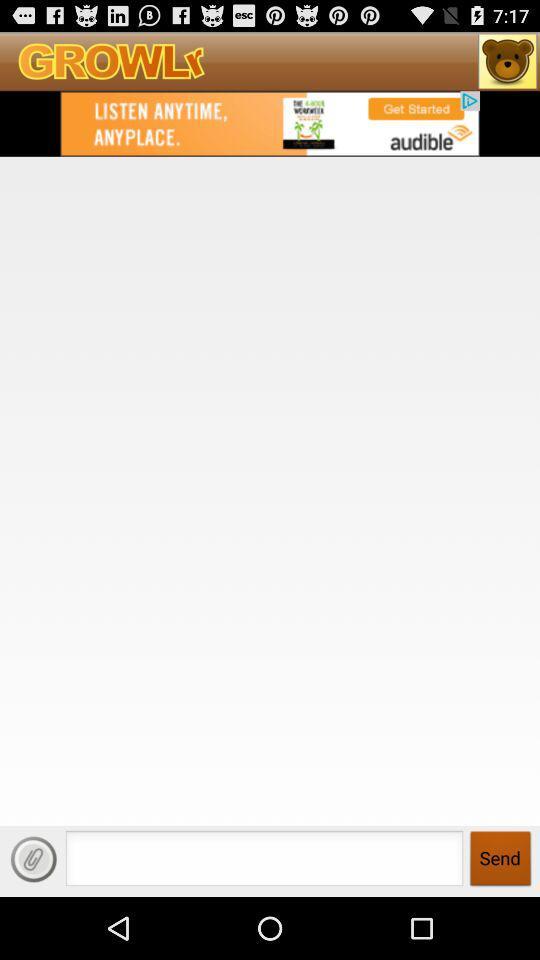 The width and height of the screenshot is (540, 960). I want to click on home page, so click(507, 61).